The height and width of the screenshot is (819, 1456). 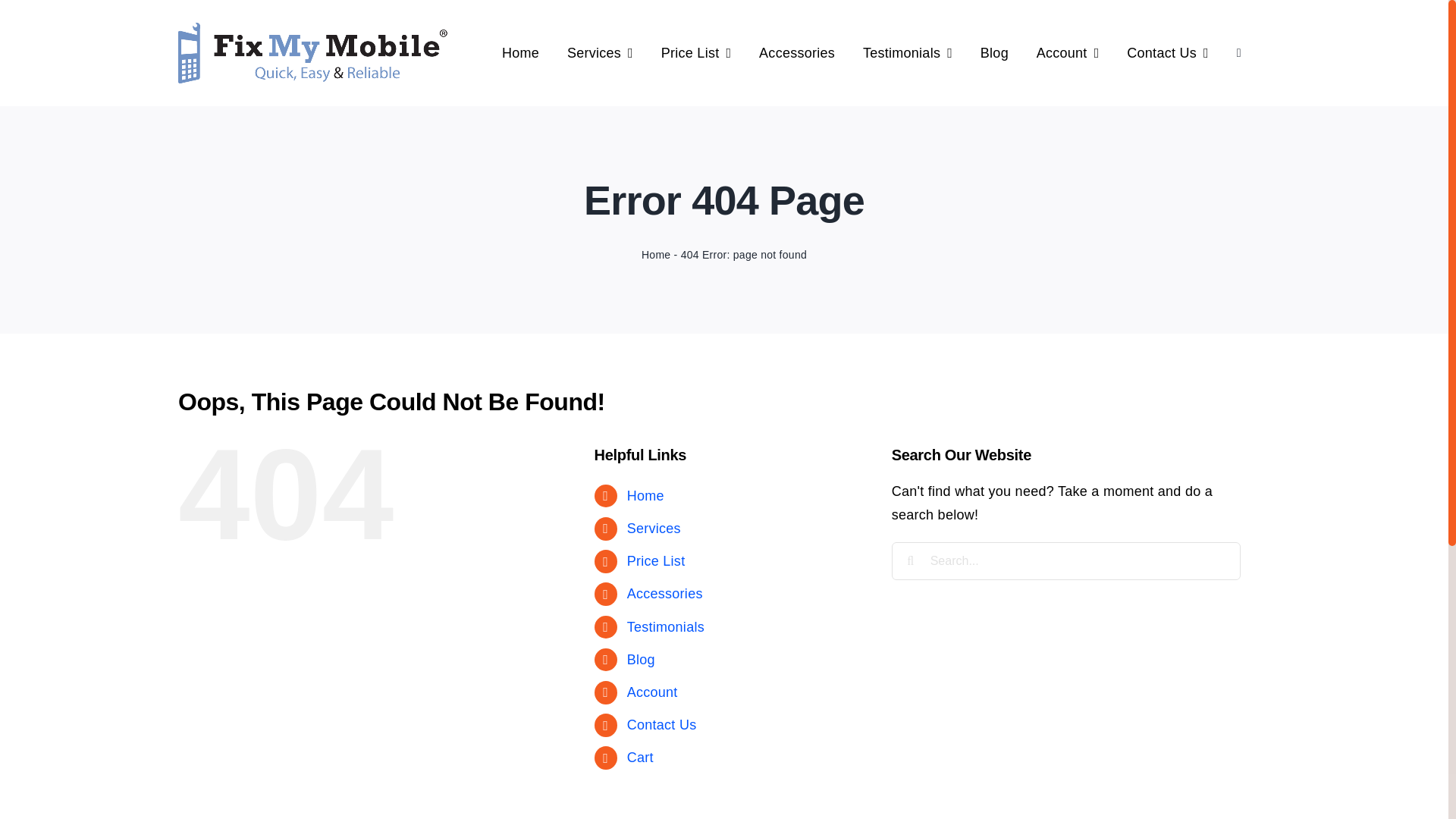 I want to click on 'Contact Us', so click(x=1167, y=52).